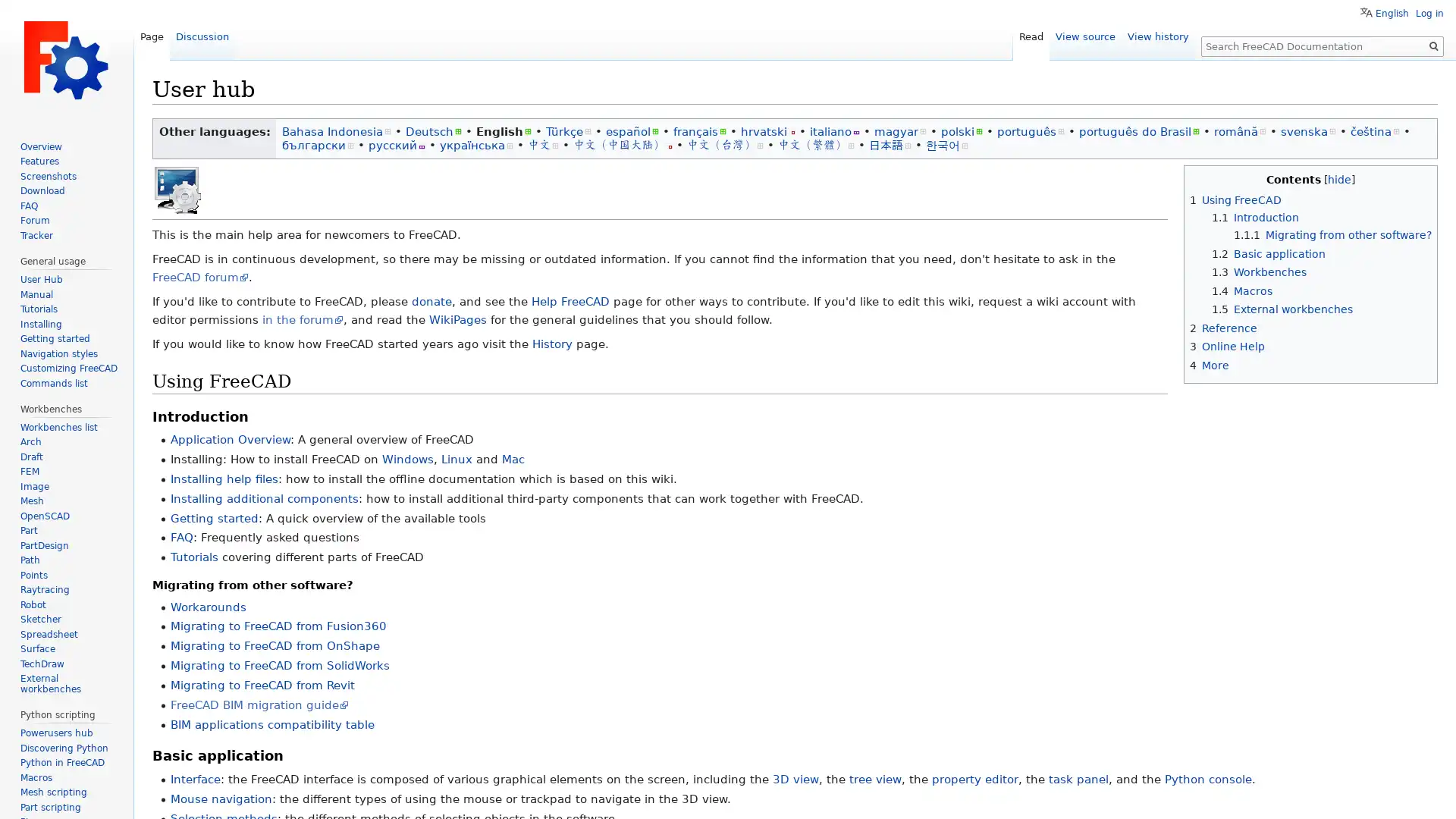 Image resolution: width=1456 pixels, height=819 pixels. Describe the element at coordinates (1433, 45) in the screenshot. I see `Go` at that location.